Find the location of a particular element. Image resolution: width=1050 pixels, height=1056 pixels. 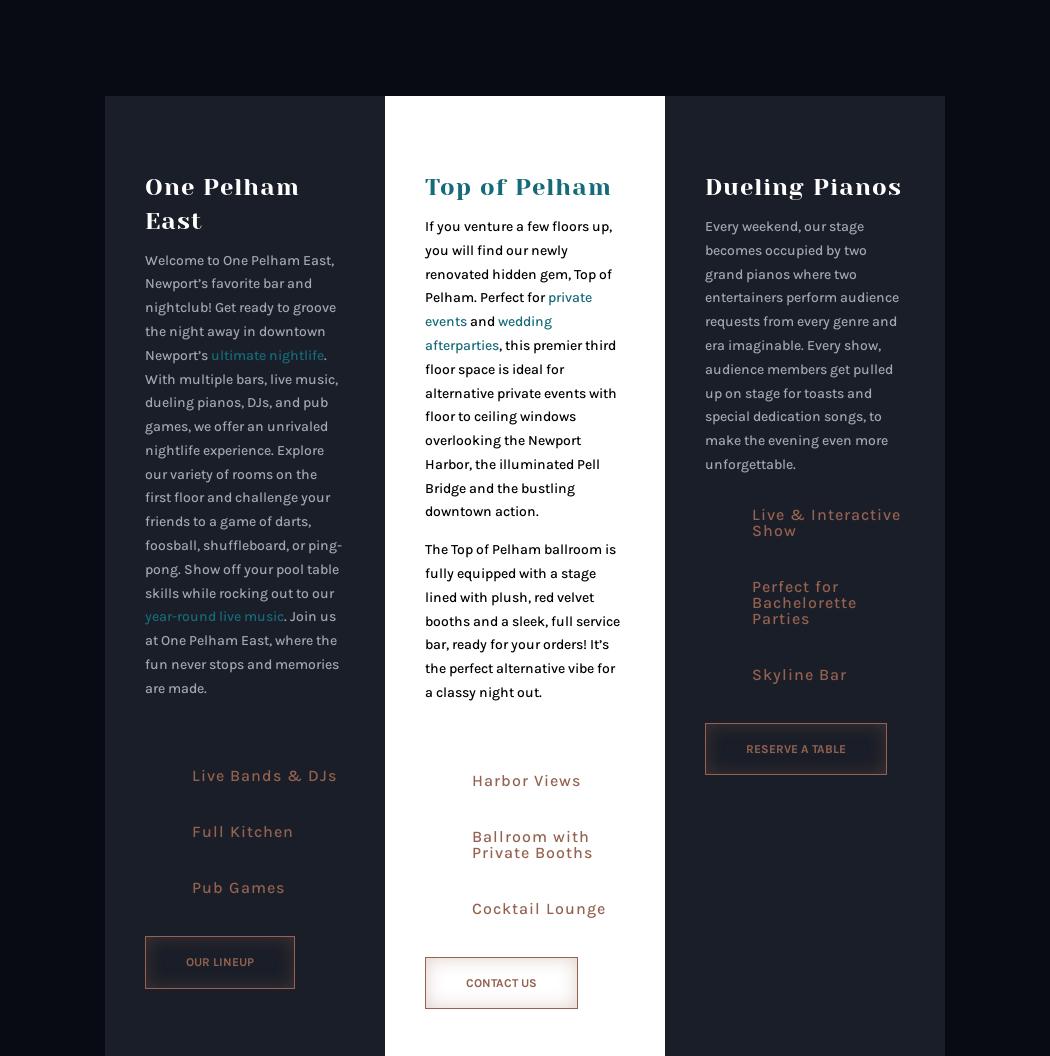

'private events' is located at coordinates (506, 309).